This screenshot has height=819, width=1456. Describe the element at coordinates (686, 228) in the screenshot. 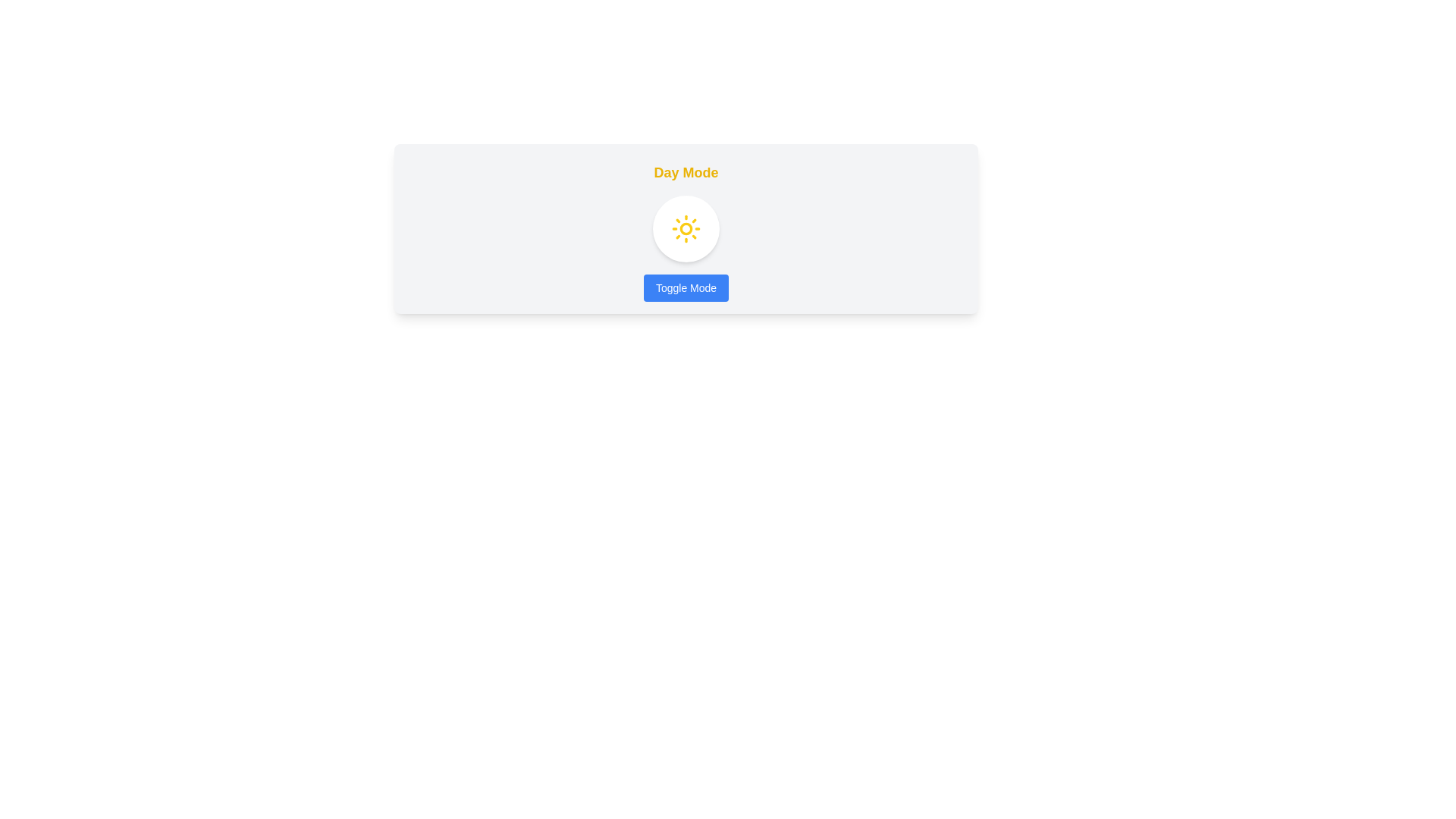

I see `the center circle of the sun icon representing the 'Day Mode' theme in the upper visual panel of the interface` at that location.